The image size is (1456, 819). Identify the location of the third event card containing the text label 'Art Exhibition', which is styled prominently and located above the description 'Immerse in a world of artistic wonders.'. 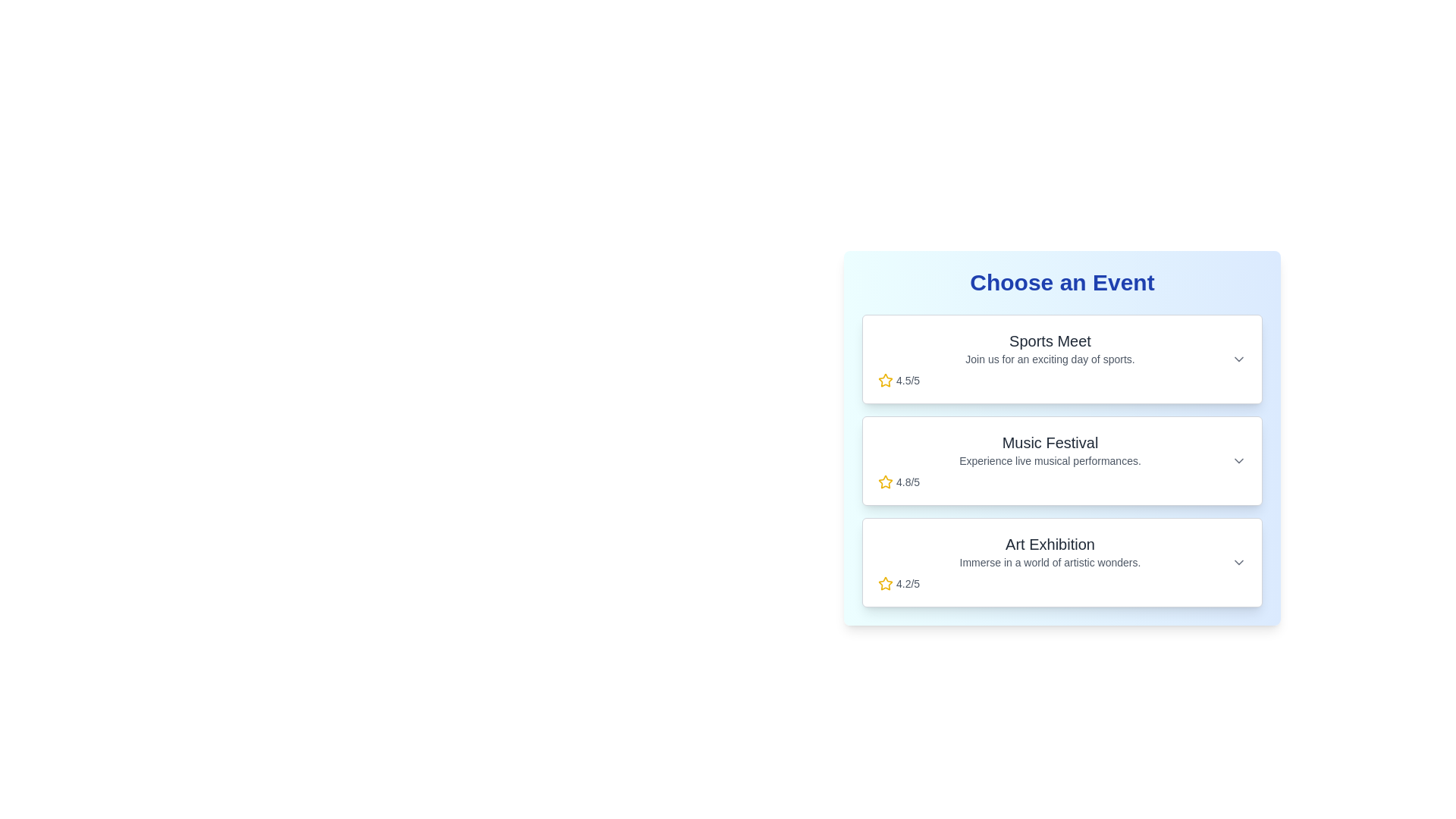
(1050, 543).